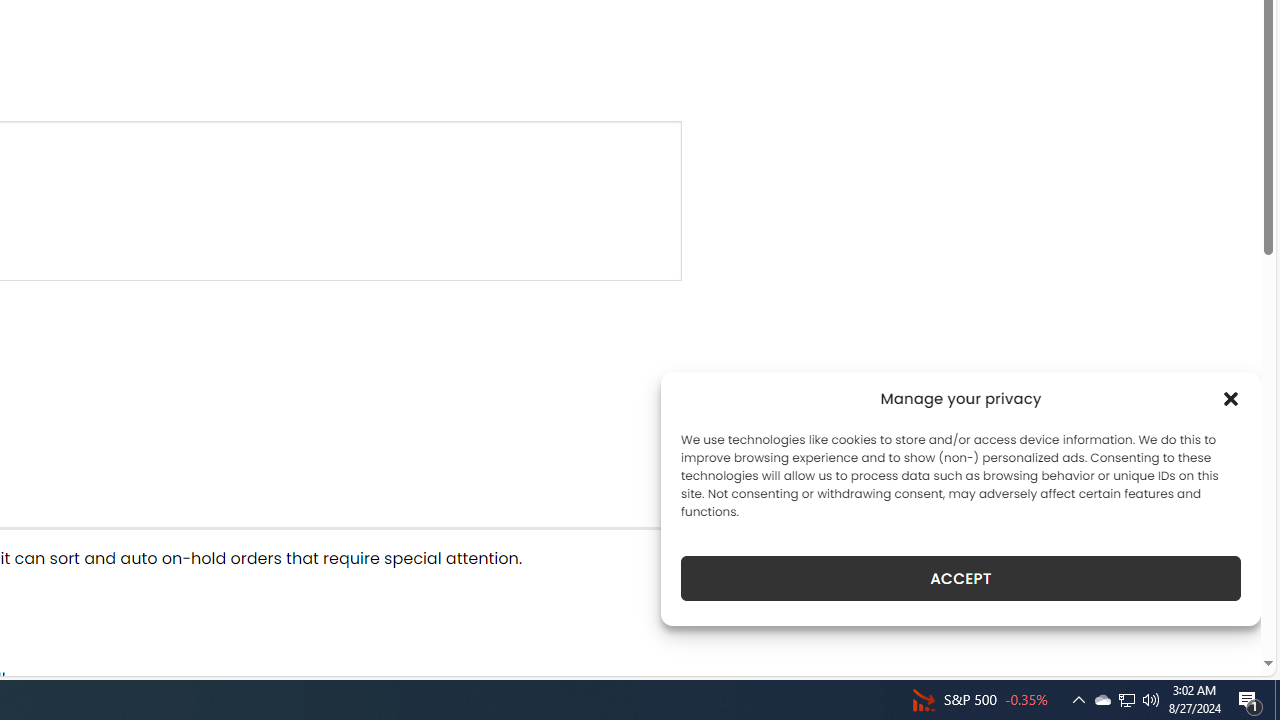 The width and height of the screenshot is (1280, 720). Describe the element at coordinates (1230, 398) in the screenshot. I see `'Class: cmplz-close'` at that location.